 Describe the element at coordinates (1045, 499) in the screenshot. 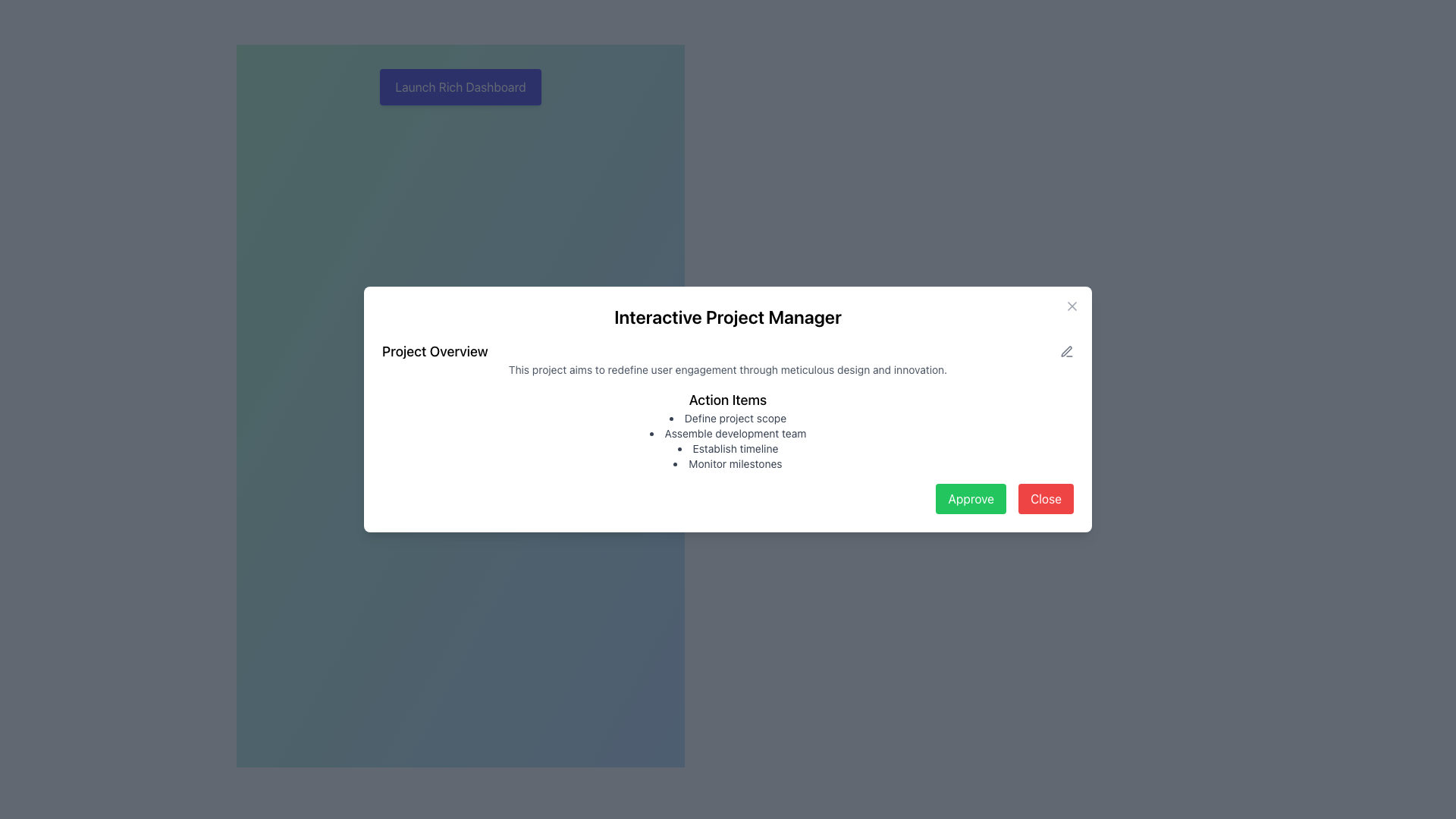

I see `the 'Close' button, which is a red button with white text, located towards the bottom-right of a panel in a modal, to observe the hover effect` at that location.